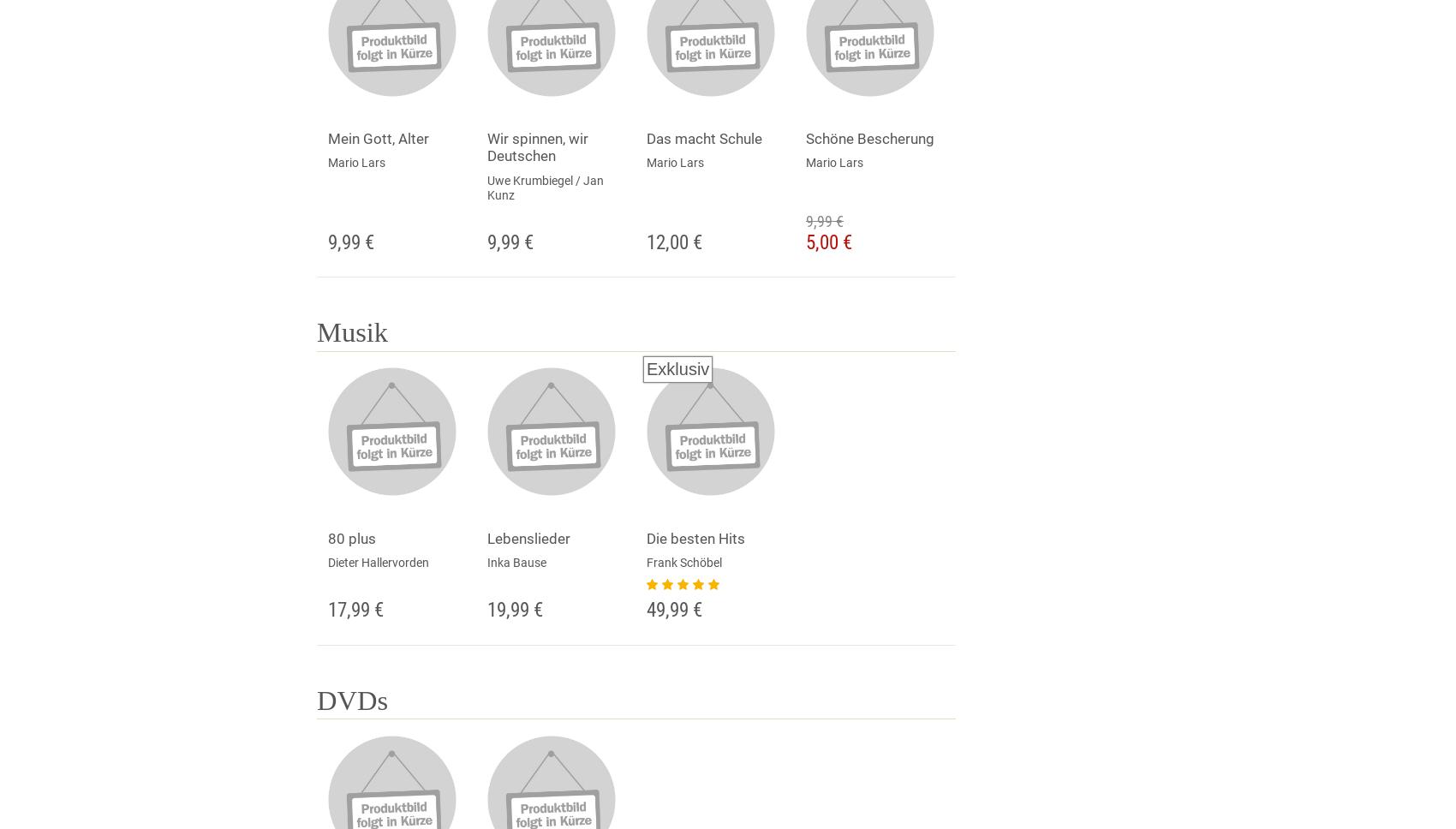  What do you see at coordinates (528, 537) in the screenshot?
I see `'Lebenslieder'` at bounding box center [528, 537].